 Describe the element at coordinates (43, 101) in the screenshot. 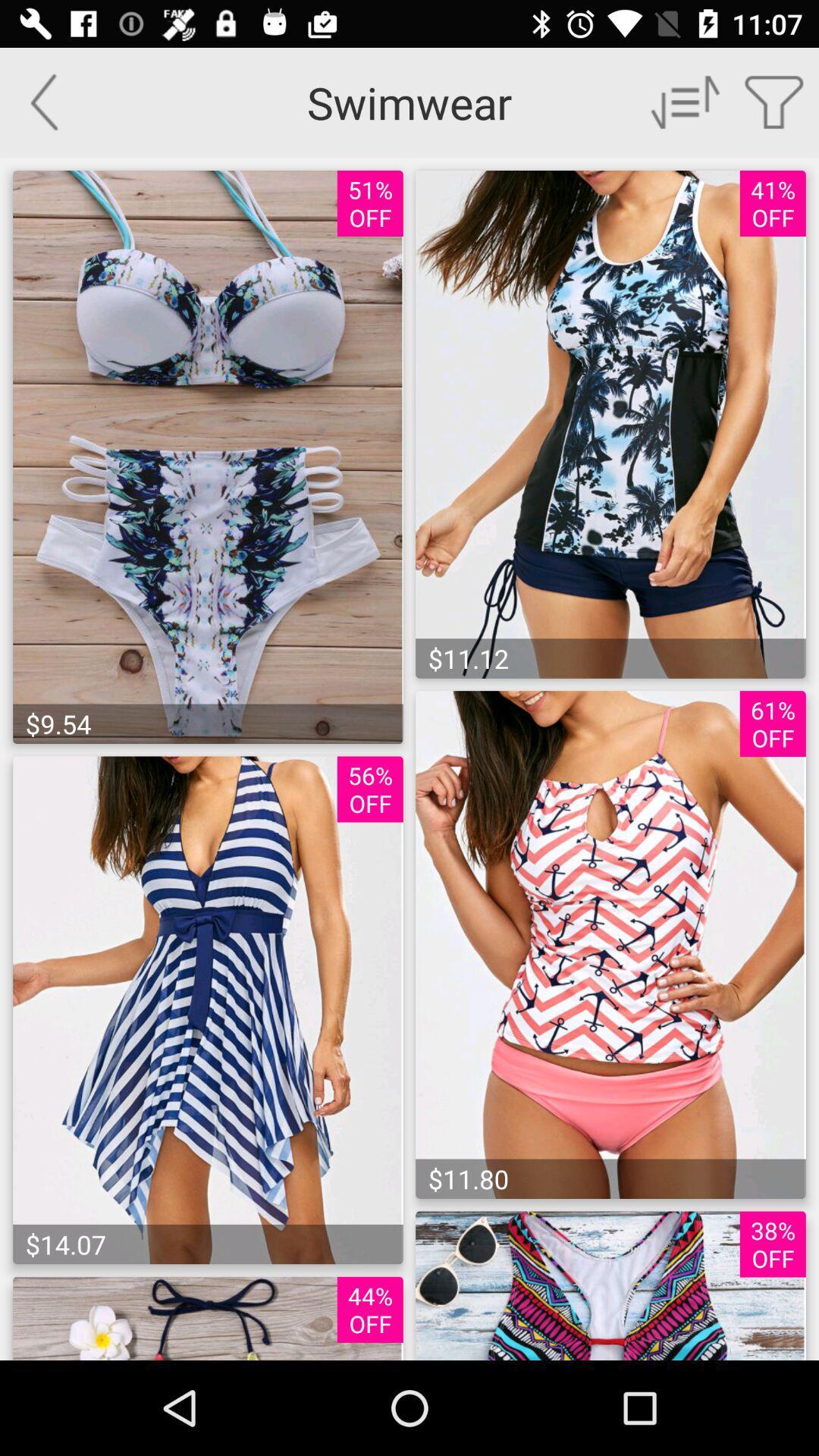

I see `the arrow_backward icon` at that location.